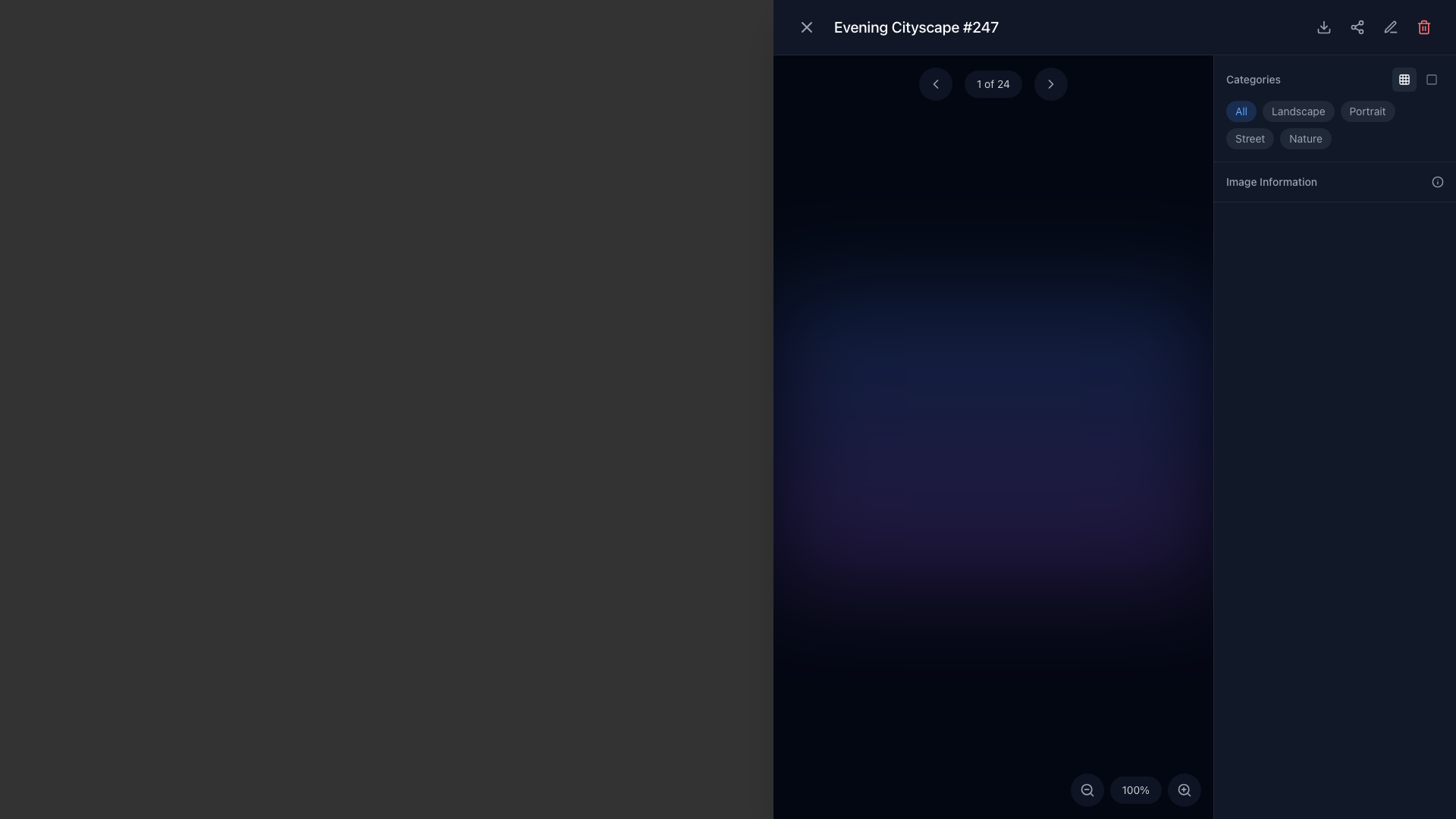 The height and width of the screenshot is (819, 1456). What do you see at coordinates (1417, 79) in the screenshot?
I see `the square icon within the layout toggle controls located at the top-right corner of the 'Categories' section to switch to single-item view` at bounding box center [1417, 79].